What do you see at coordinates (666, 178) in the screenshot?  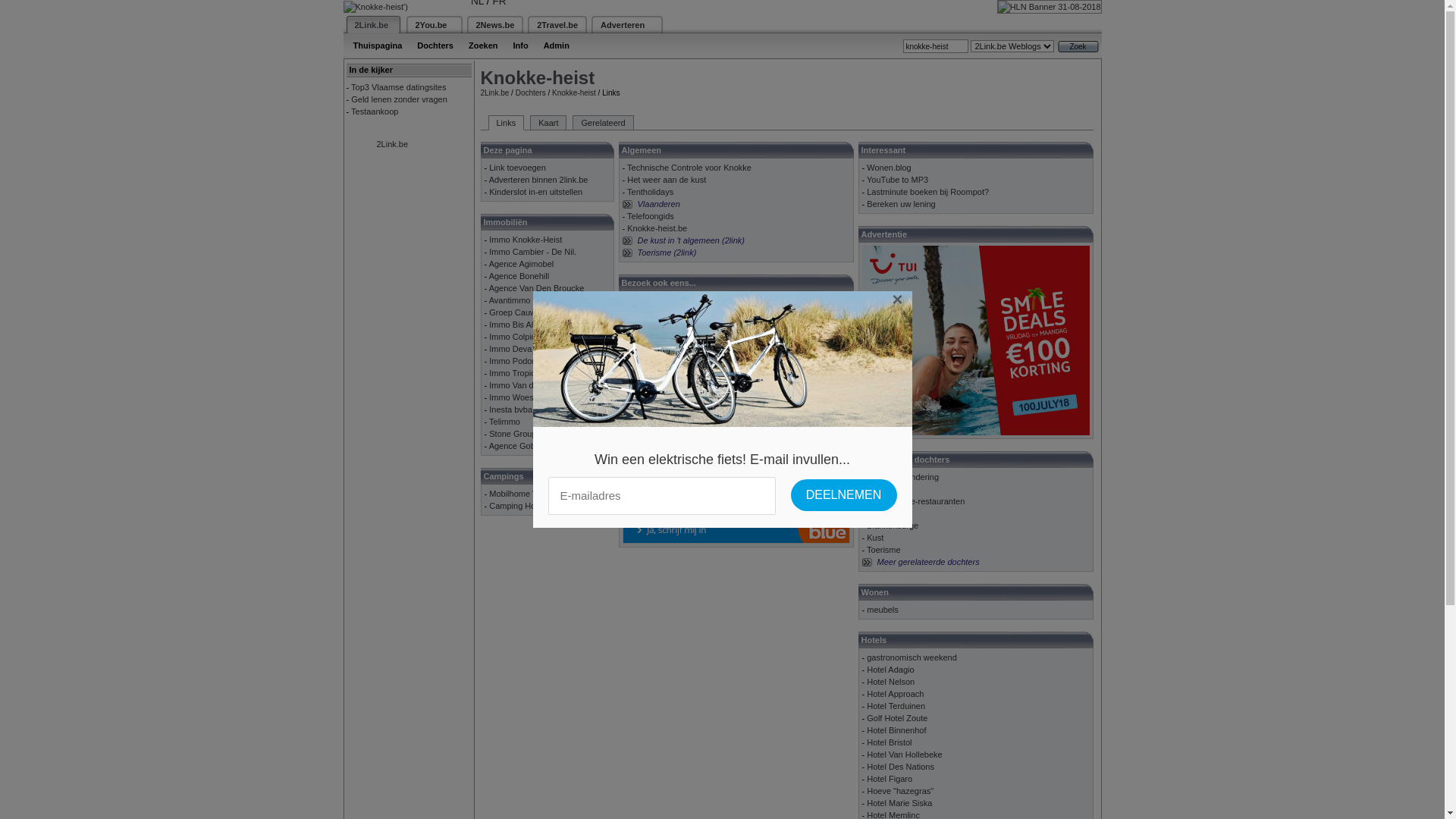 I see `'Het weer aan de kust'` at bounding box center [666, 178].